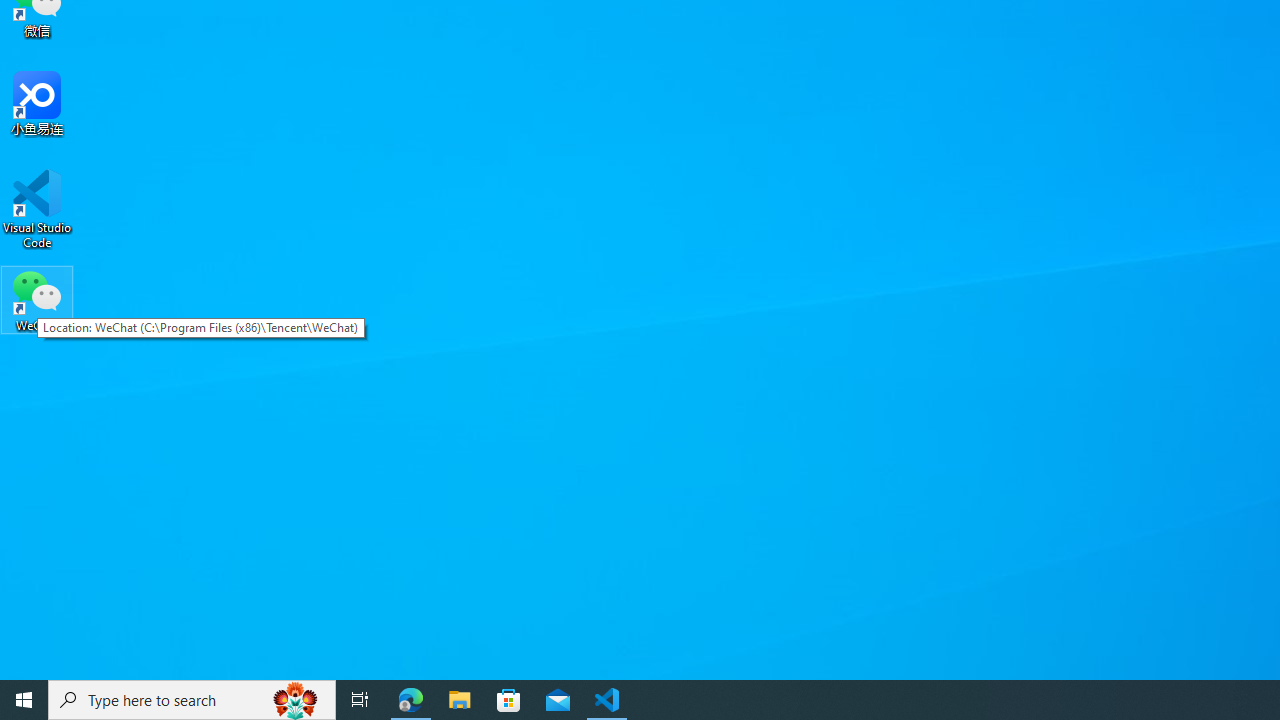 This screenshot has height=720, width=1280. I want to click on 'Task View', so click(359, 698).